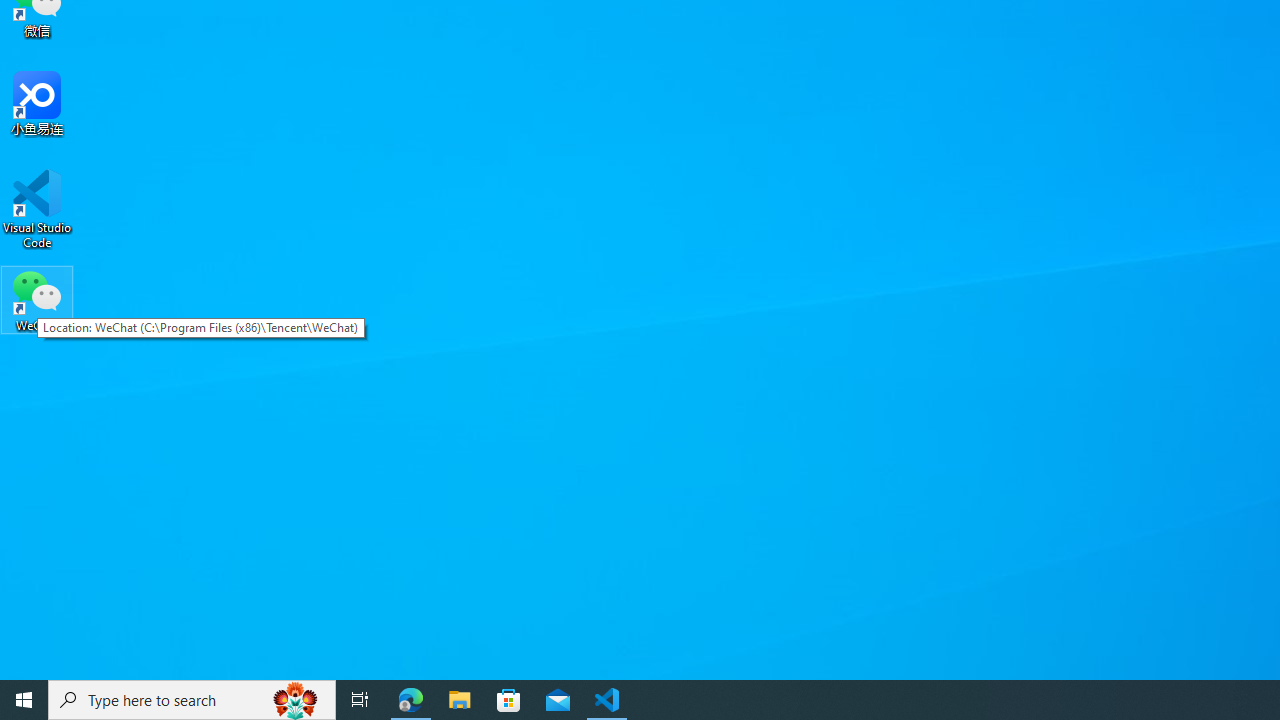 This screenshot has height=720, width=1280. I want to click on 'Task View', so click(359, 698).